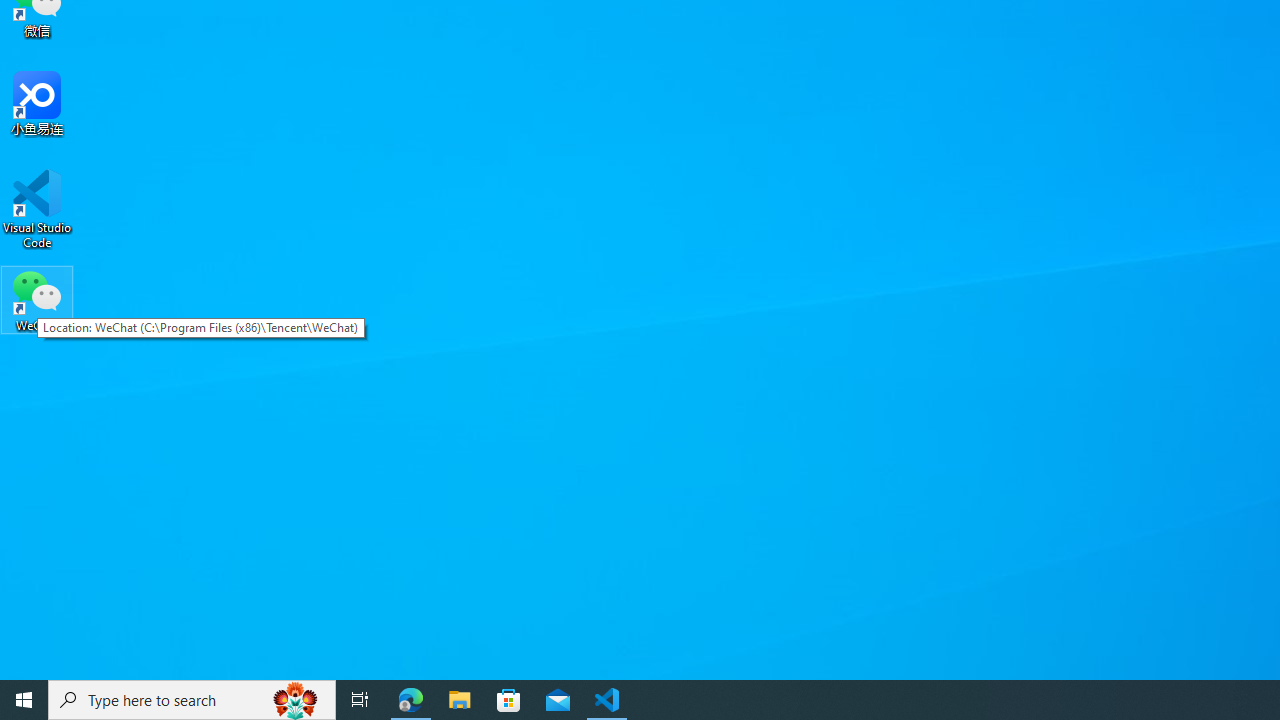 This screenshot has height=720, width=1280. I want to click on 'Task View', so click(359, 698).